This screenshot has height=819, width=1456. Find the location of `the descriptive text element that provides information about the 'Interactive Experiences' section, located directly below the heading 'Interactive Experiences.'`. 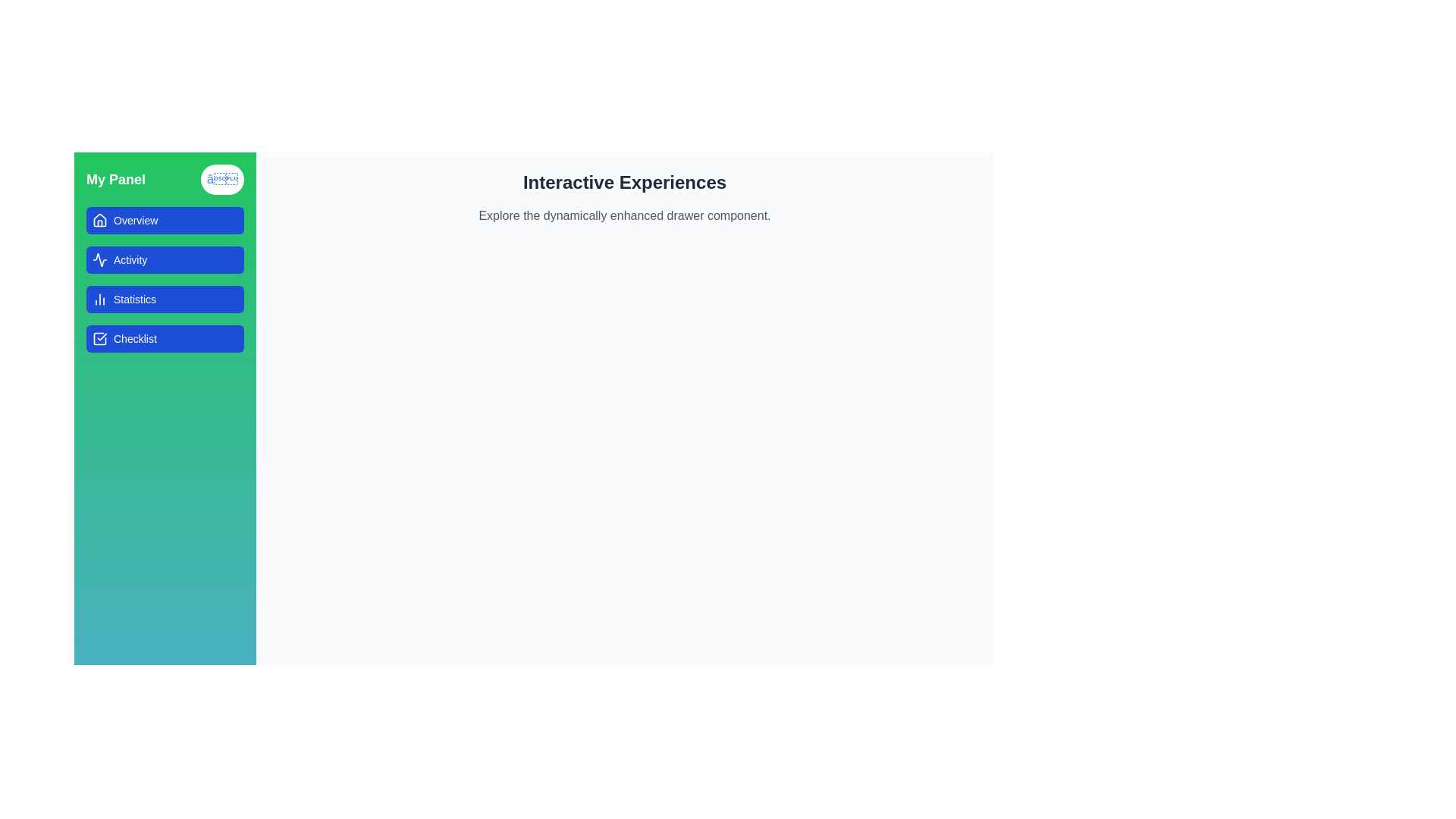

the descriptive text element that provides information about the 'Interactive Experiences' section, located directly below the heading 'Interactive Experiences.' is located at coordinates (625, 216).